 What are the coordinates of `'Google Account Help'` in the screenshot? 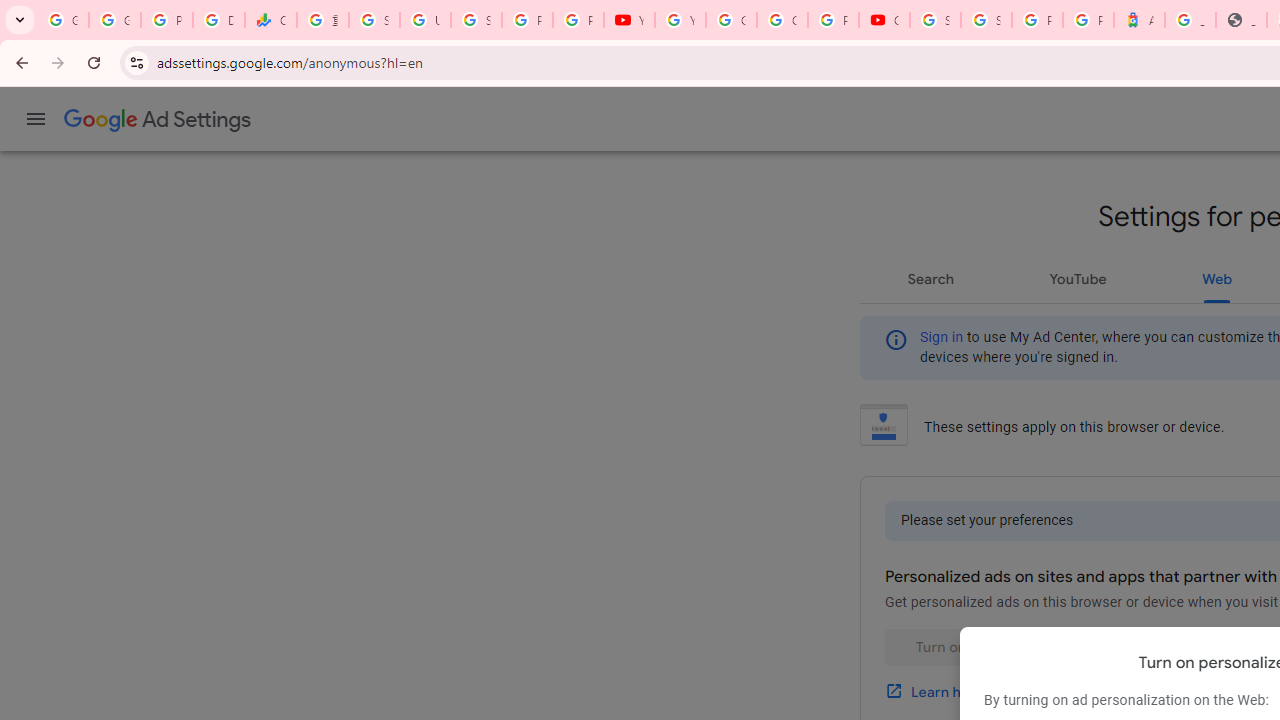 It's located at (730, 20).